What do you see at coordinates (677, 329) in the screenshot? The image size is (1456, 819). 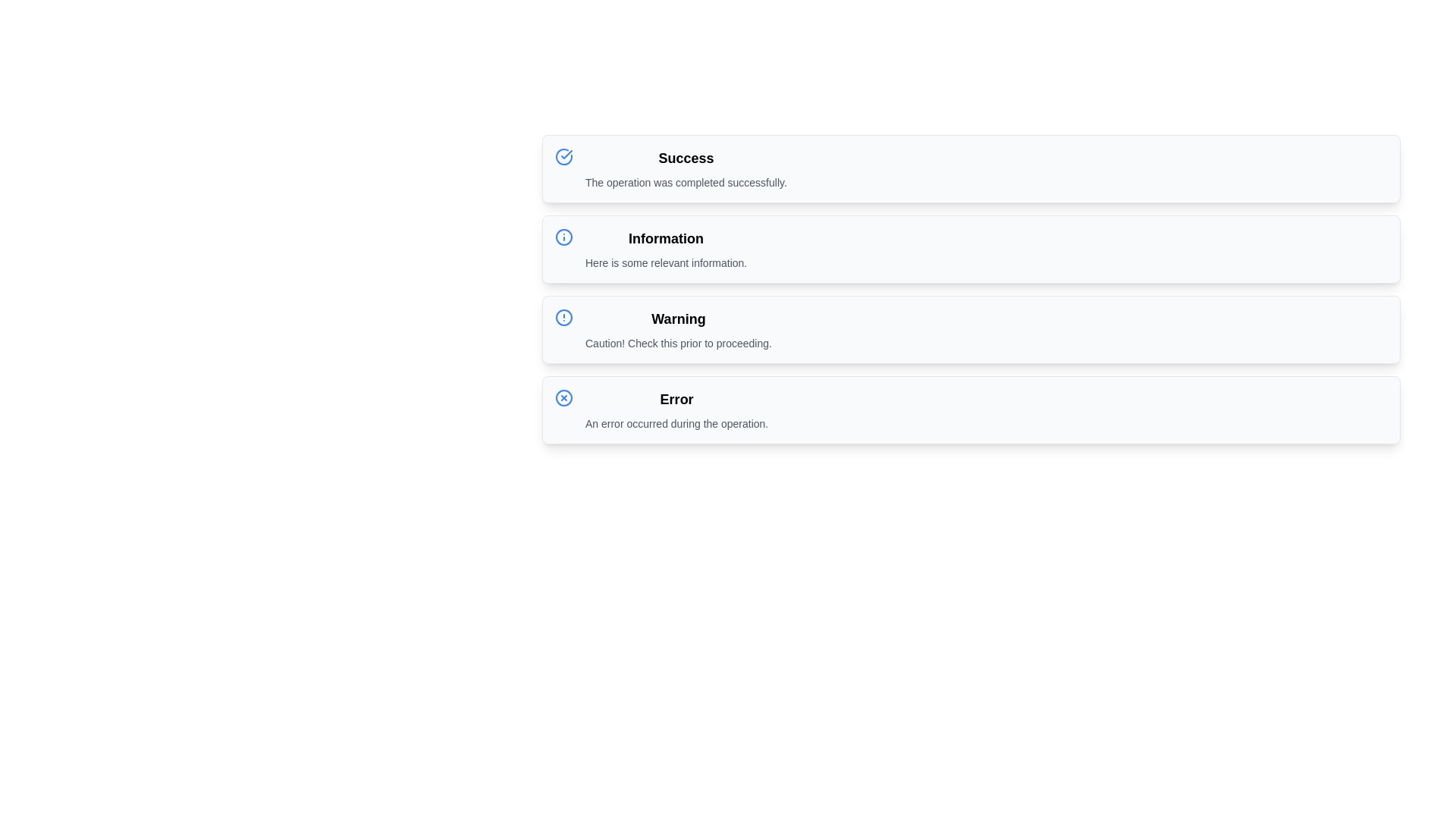 I see `text from the informational box titled 'Warning' that contains the message 'Caution! Check this prior to proceeding.'` at bounding box center [677, 329].